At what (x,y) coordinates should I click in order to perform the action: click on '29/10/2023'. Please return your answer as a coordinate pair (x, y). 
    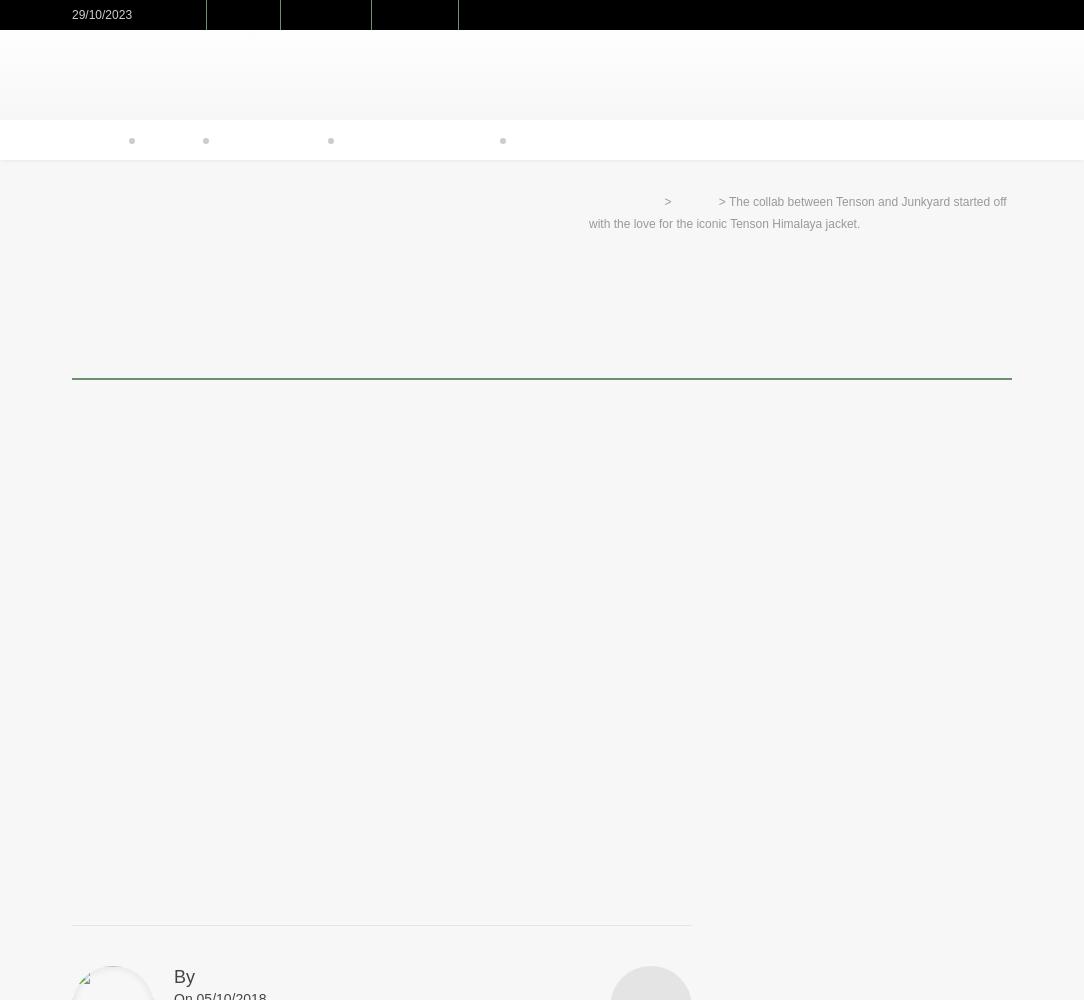
    Looking at the image, I should click on (101, 15).